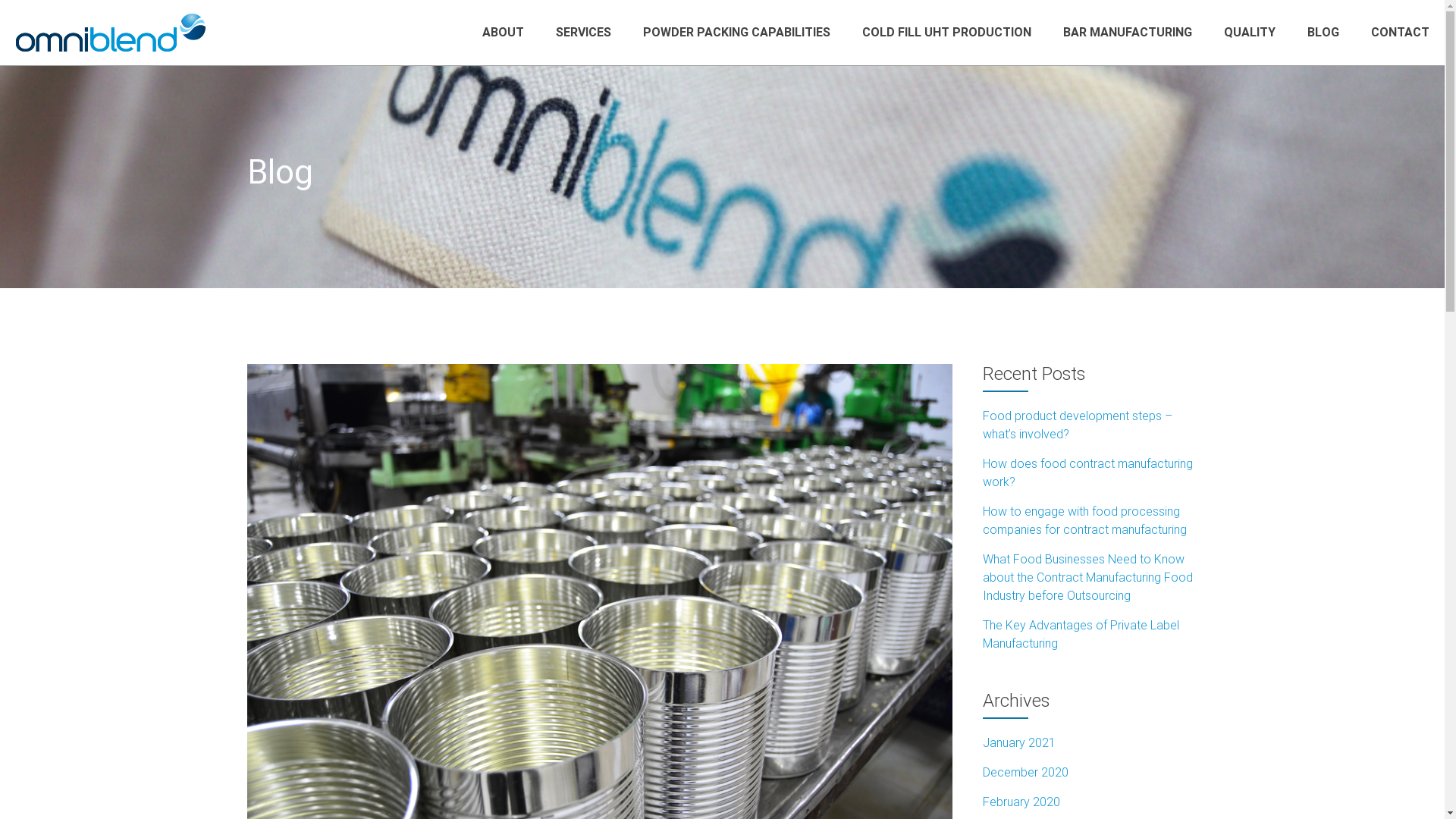  Describe the element at coordinates (1128, 32) in the screenshot. I see `'BAR MANUFACTURING'` at that location.